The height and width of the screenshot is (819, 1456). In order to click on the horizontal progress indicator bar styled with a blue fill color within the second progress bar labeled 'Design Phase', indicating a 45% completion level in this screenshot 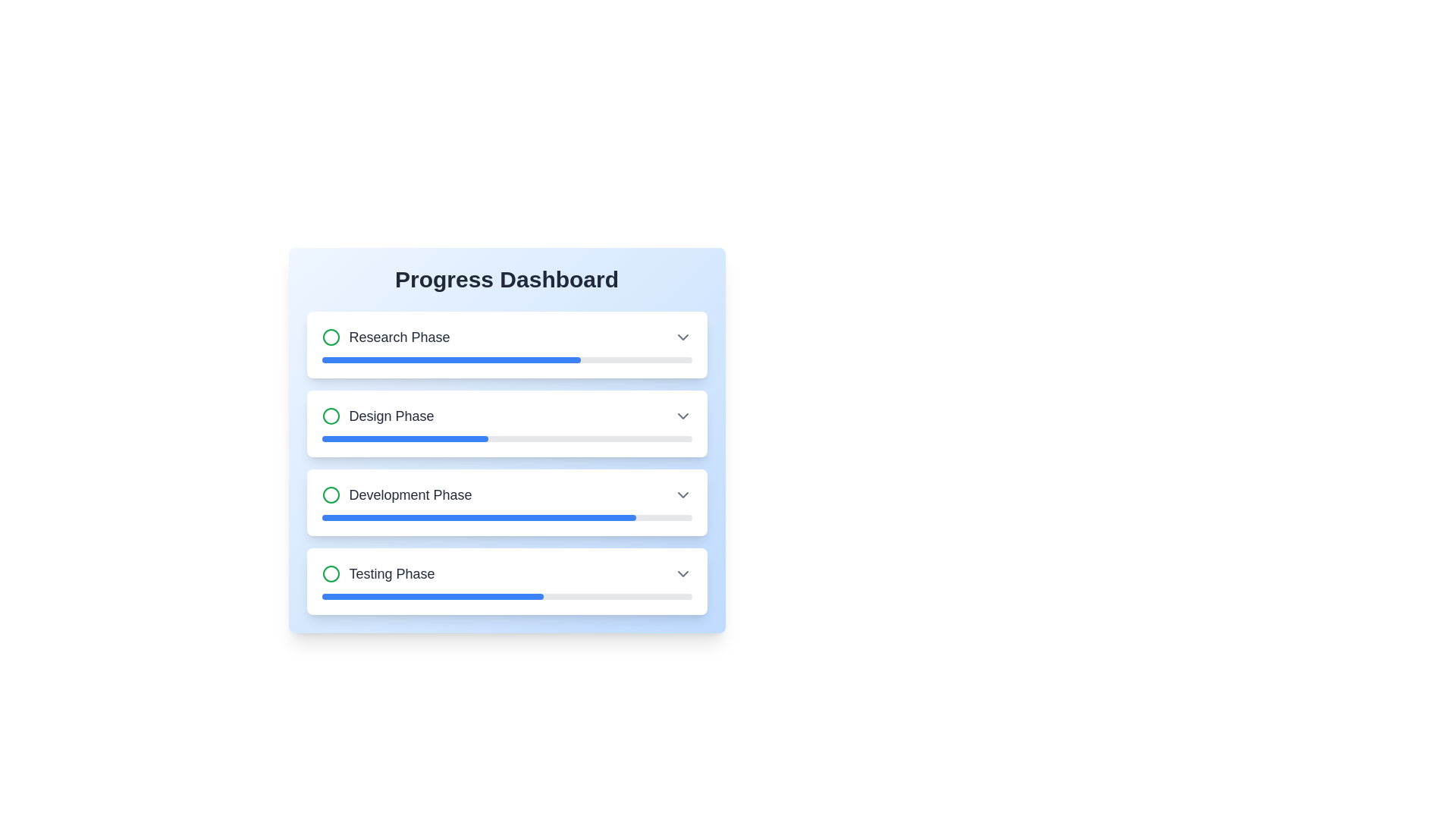, I will do `click(405, 438)`.